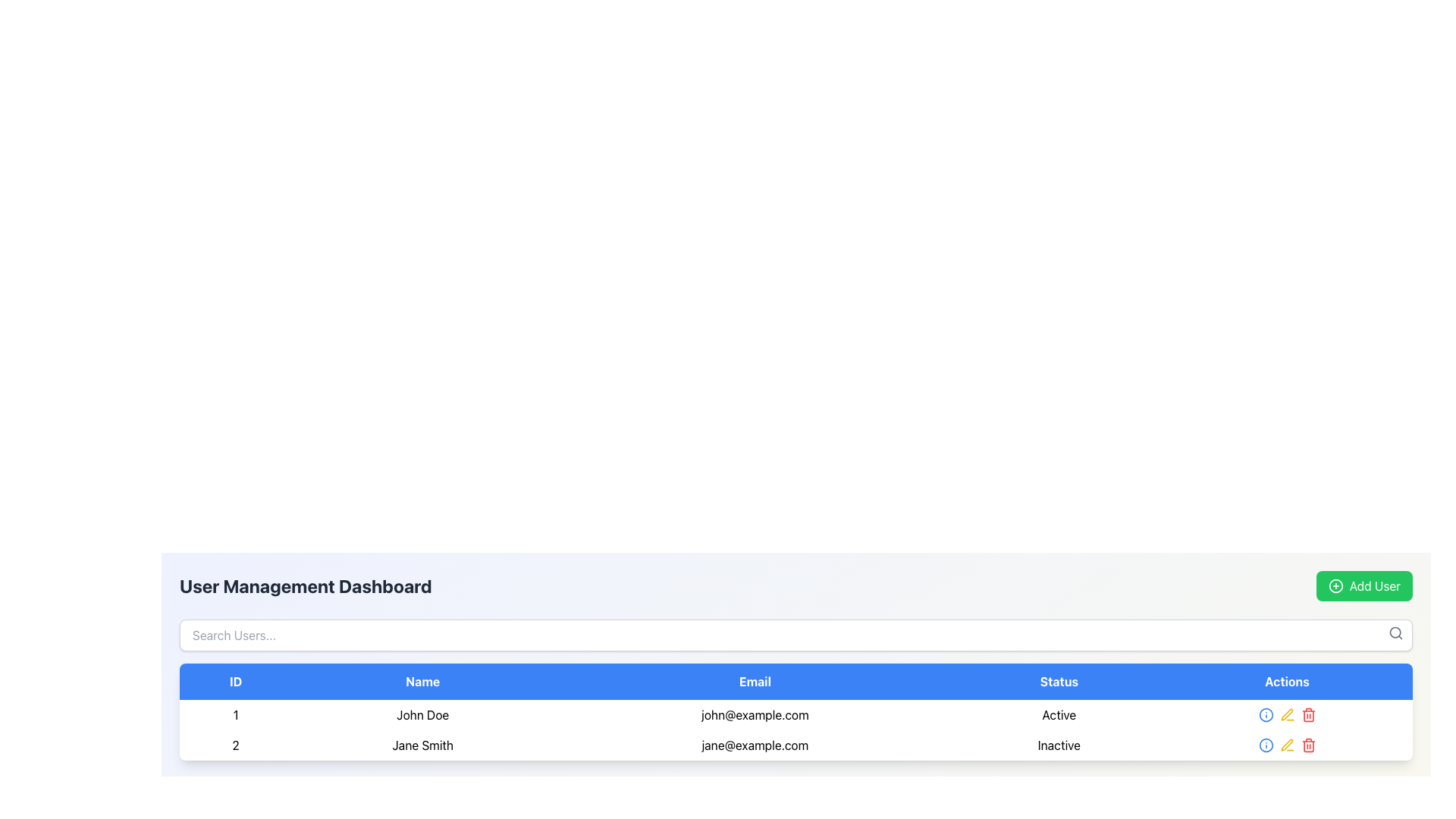  Describe the element at coordinates (1286, 714) in the screenshot. I see `the yellow Interactive Icon shaped like a line intersecting a thick, rounded polygon, located at the far-right end of a table row, to initiate the edit action` at that location.